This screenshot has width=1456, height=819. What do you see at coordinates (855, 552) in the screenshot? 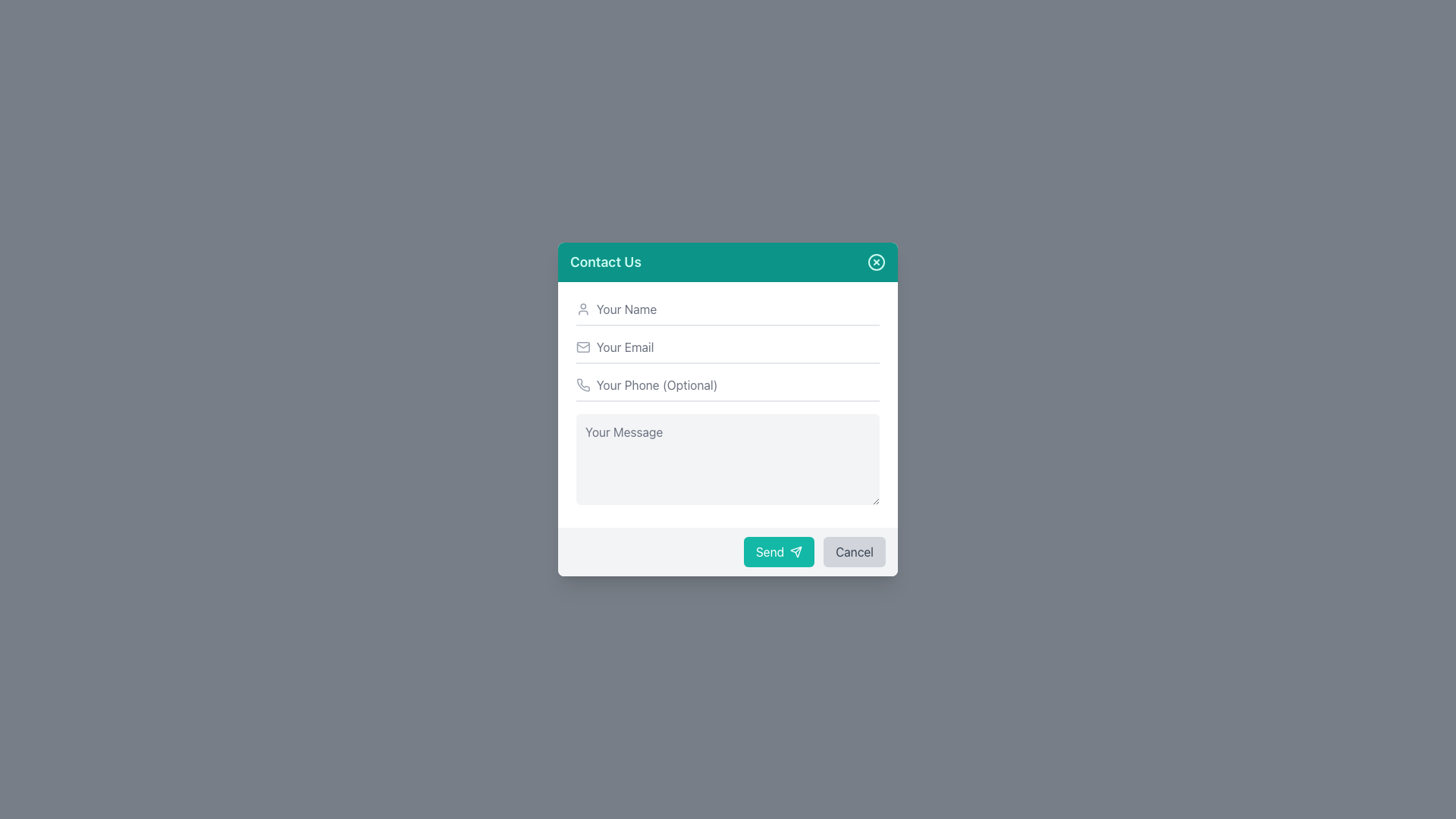
I see `the rectangular 'Cancel' button with a grey background located on the bottom-right side of the modal` at bounding box center [855, 552].